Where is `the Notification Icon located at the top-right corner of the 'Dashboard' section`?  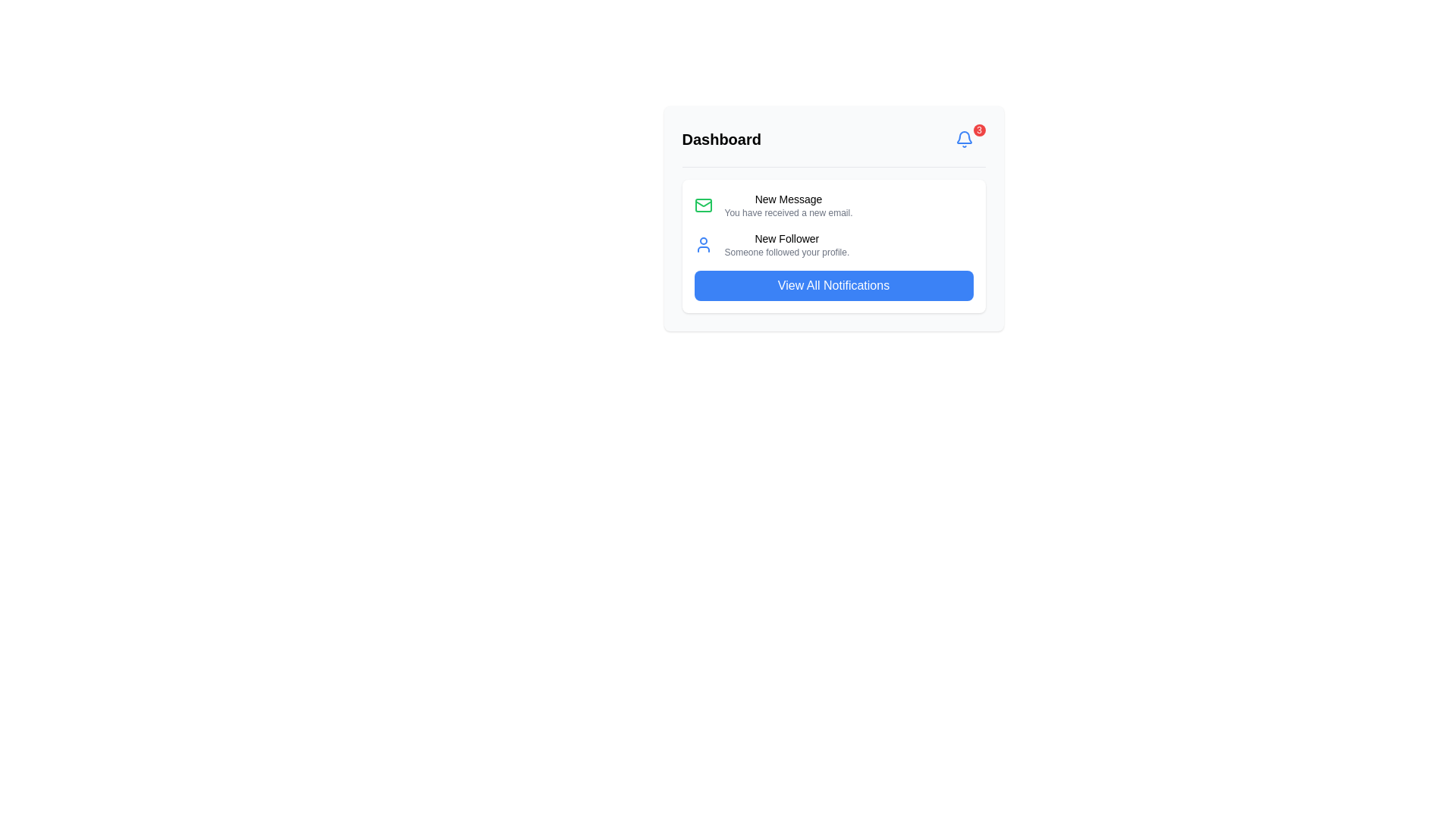
the Notification Icon located at the top-right corner of the 'Dashboard' section is located at coordinates (963, 140).